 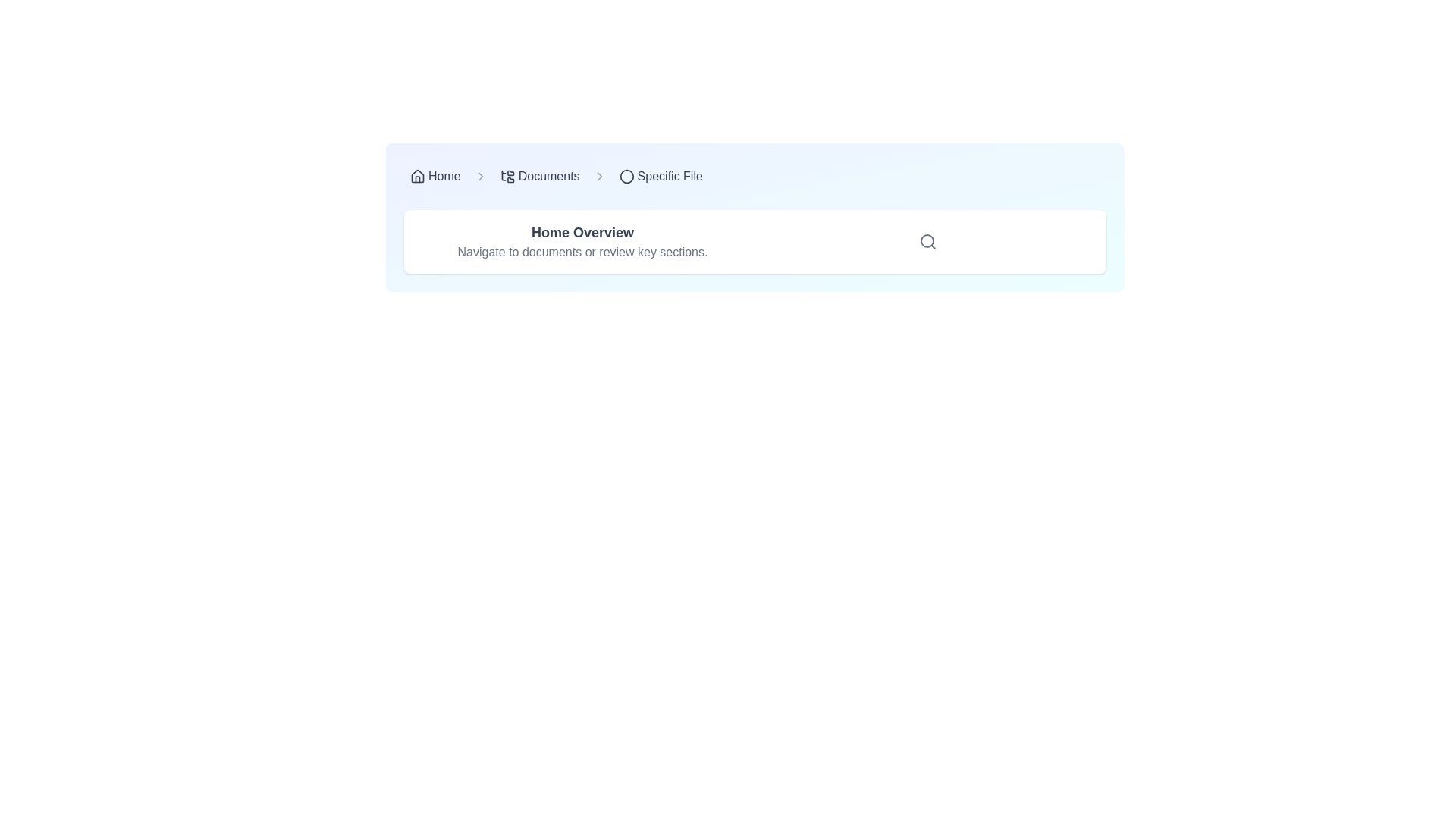 I want to click on the 'Home' text label in the breadcrumb navigation bar, so click(x=444, y=175).